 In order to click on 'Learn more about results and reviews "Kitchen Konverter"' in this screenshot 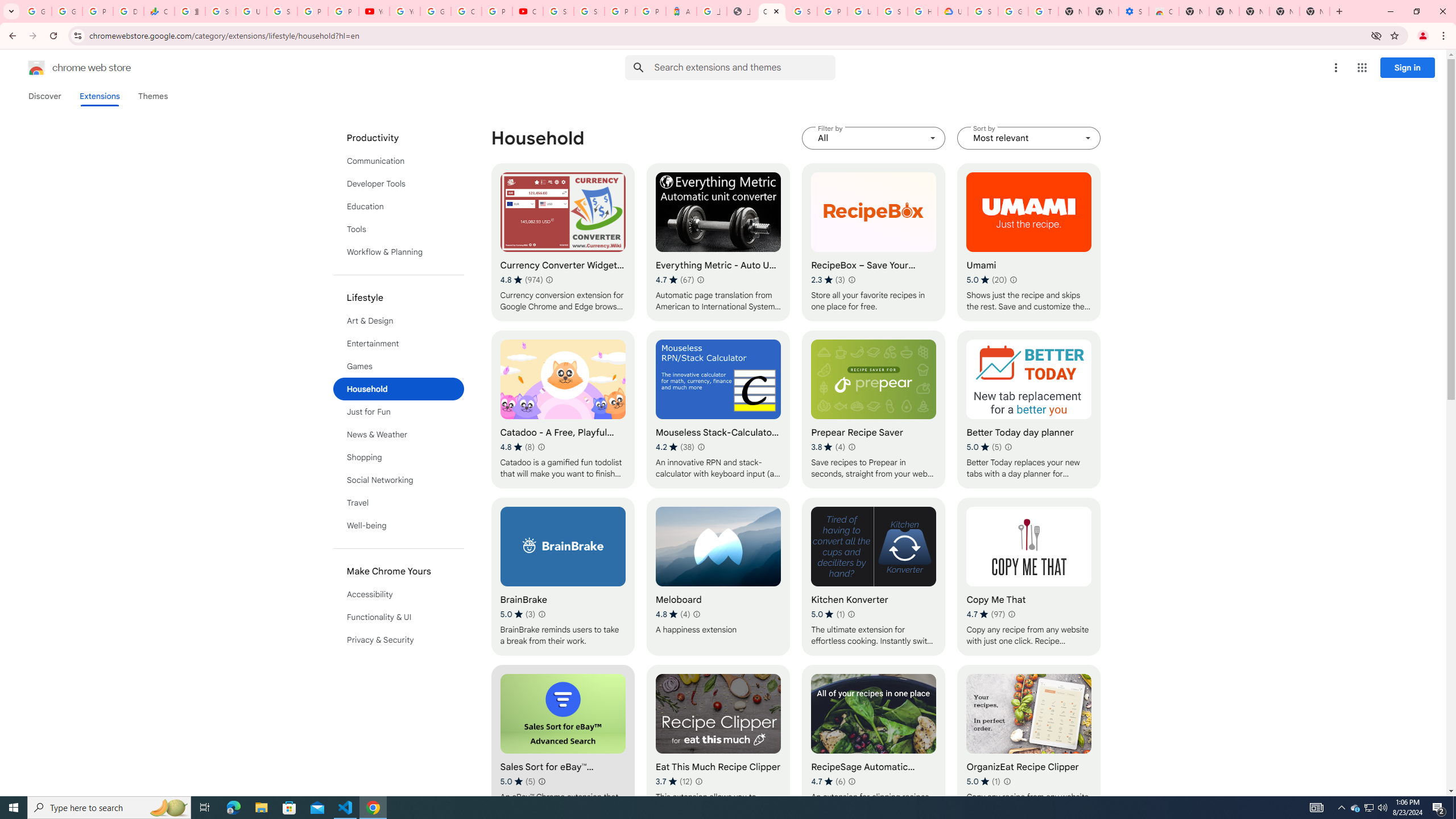, I will do `click(851, 614)`.